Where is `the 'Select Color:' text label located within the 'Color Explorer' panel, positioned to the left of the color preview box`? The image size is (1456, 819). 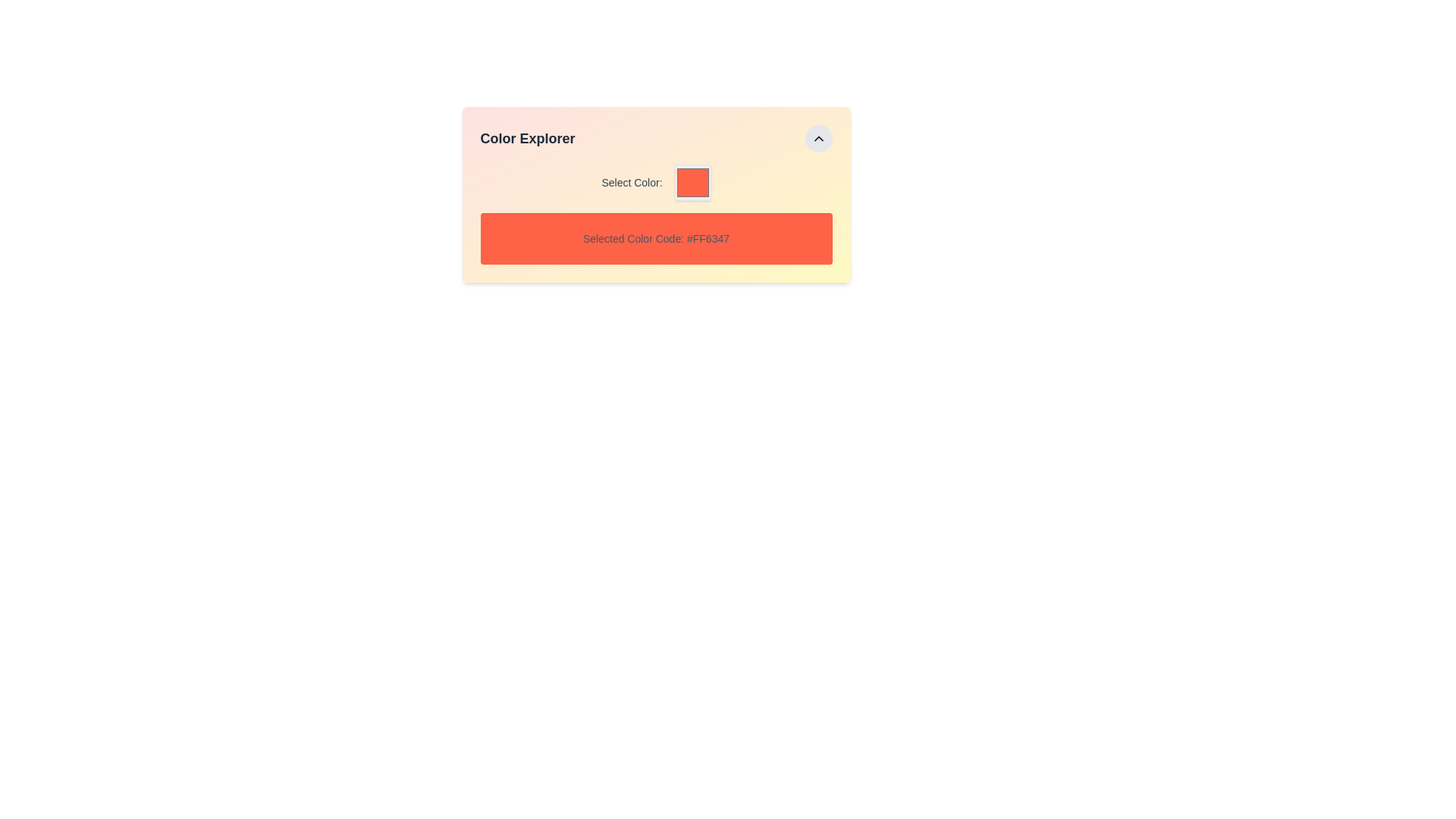 the 'Select Color:' text label located within the 'Color Explorer' panel, positioned to the left of the color preview box is located at coordinates (632, 181).